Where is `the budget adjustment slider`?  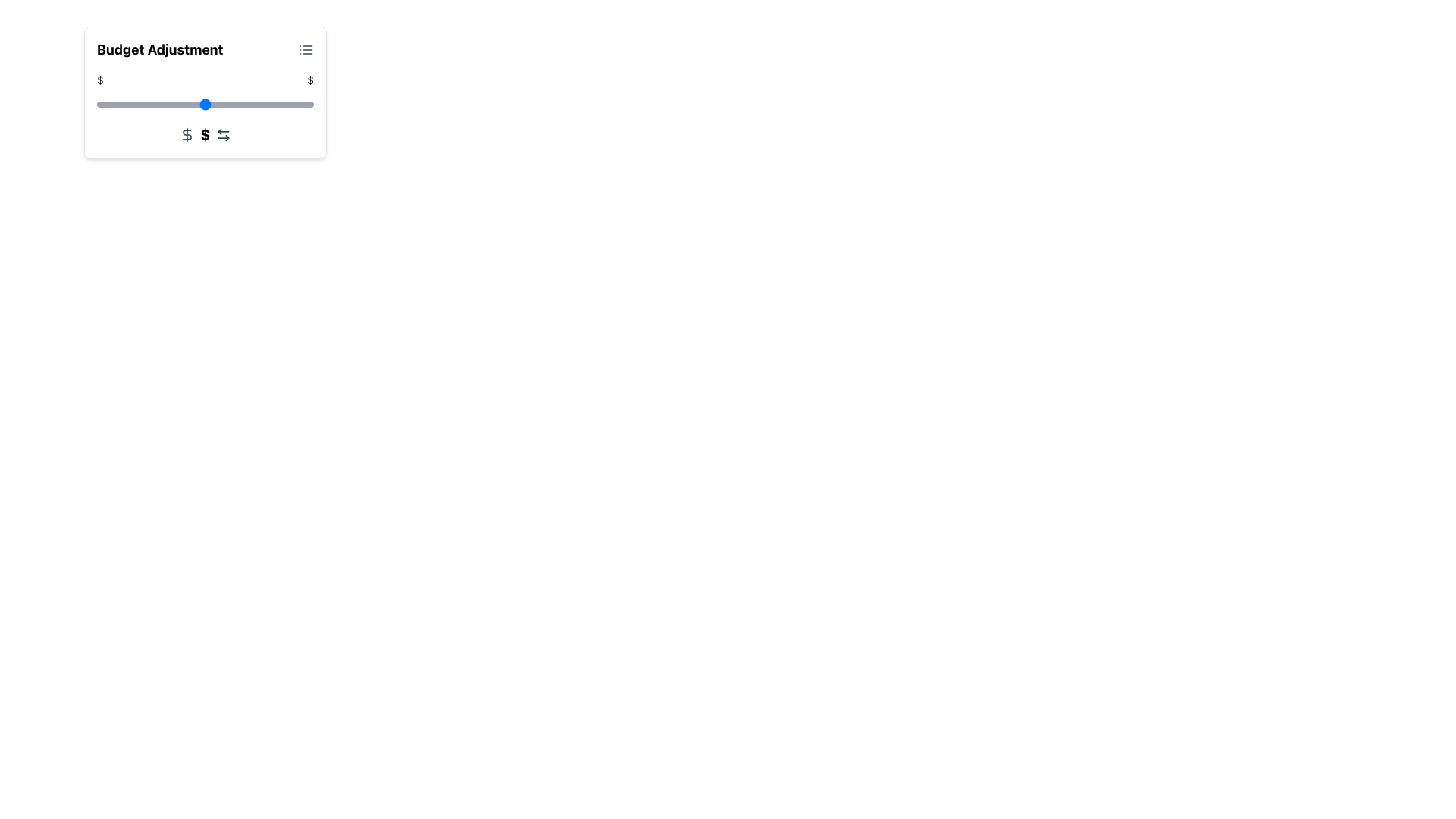 the budget adjustment slider is located at coordinates (264, 104).